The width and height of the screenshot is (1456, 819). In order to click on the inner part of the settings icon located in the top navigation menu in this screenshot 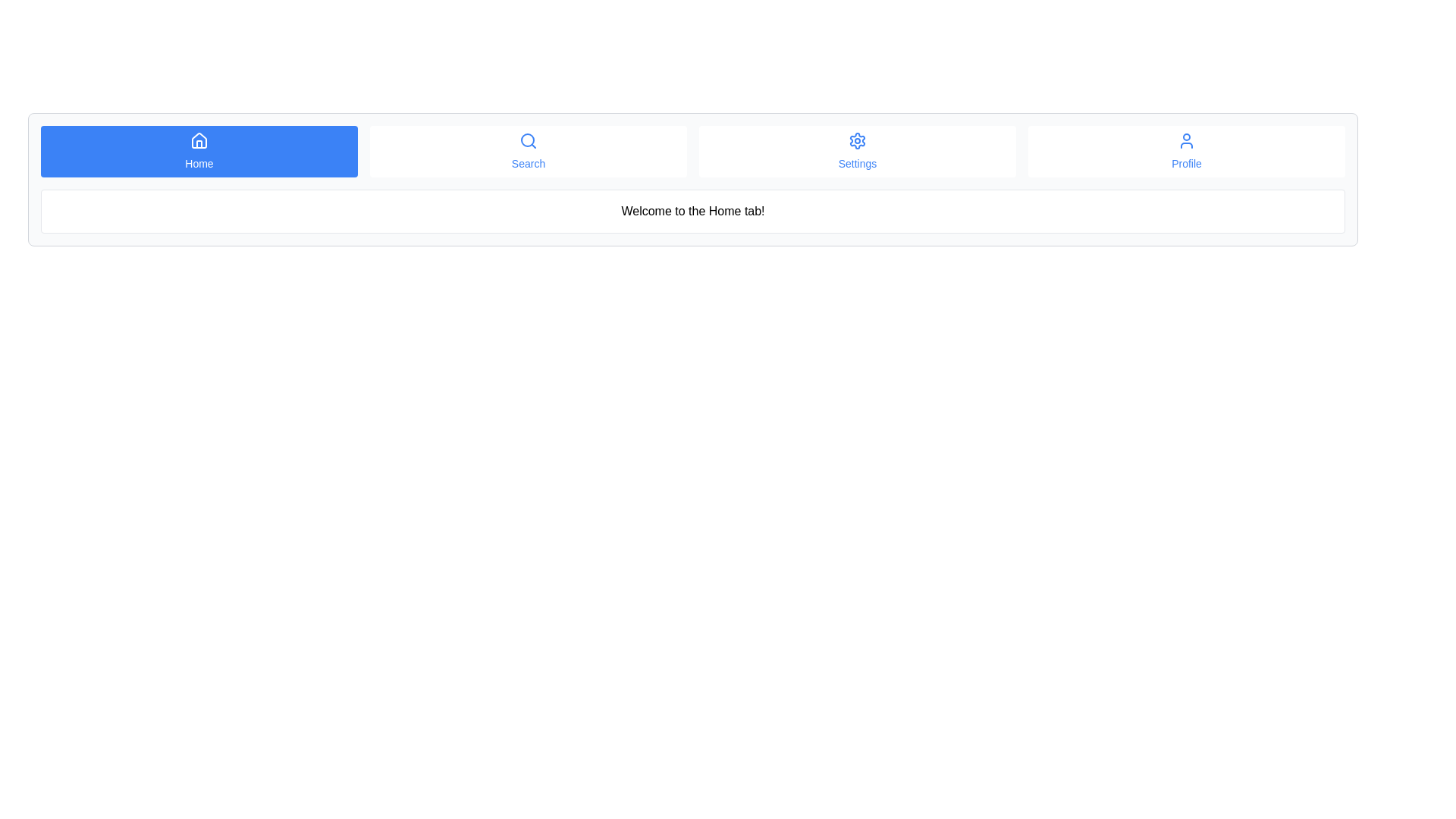, I will do `click(858, 140)`.